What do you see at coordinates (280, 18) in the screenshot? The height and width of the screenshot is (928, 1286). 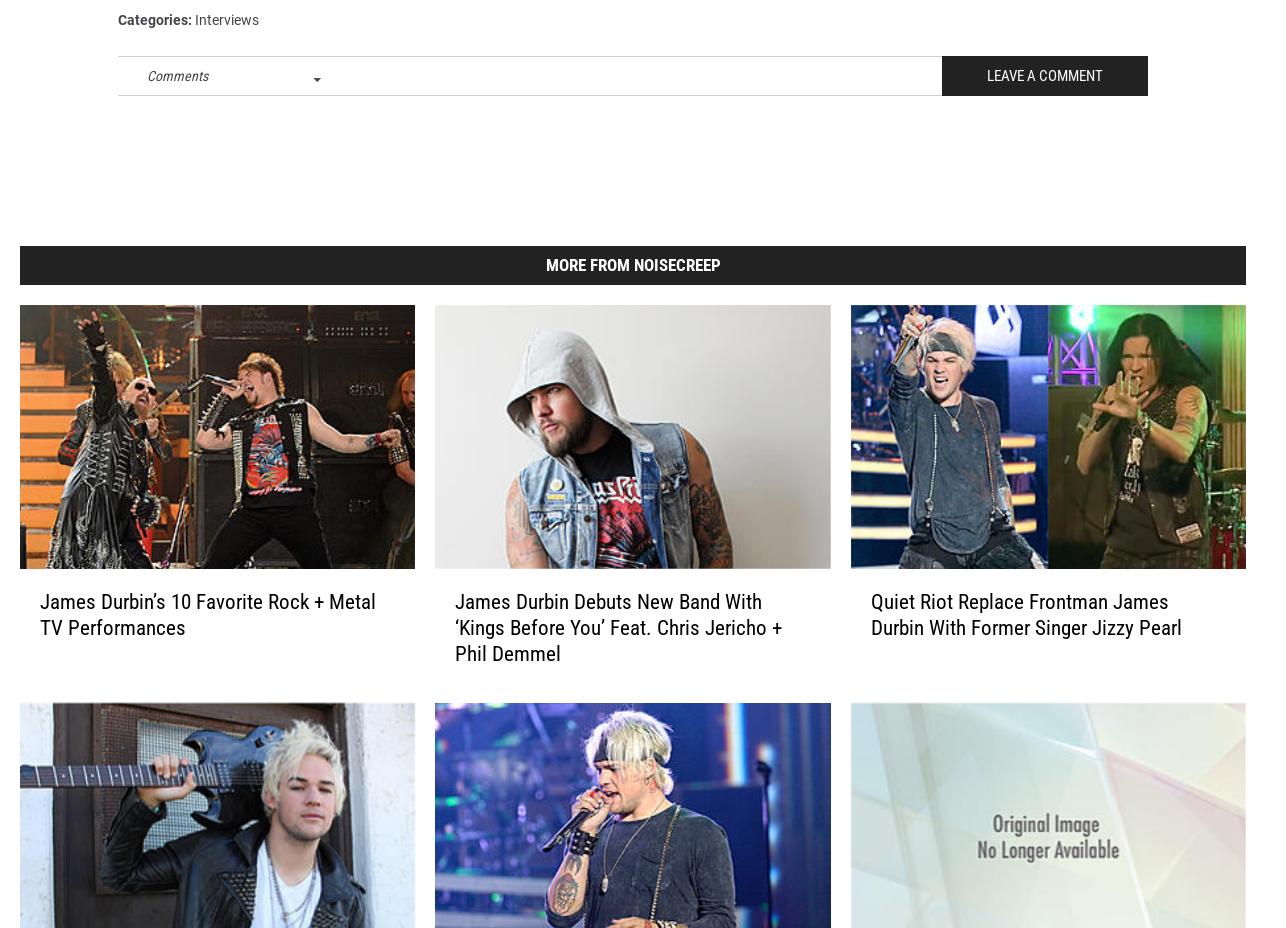 I see `','` at bounding box center [280, 18].